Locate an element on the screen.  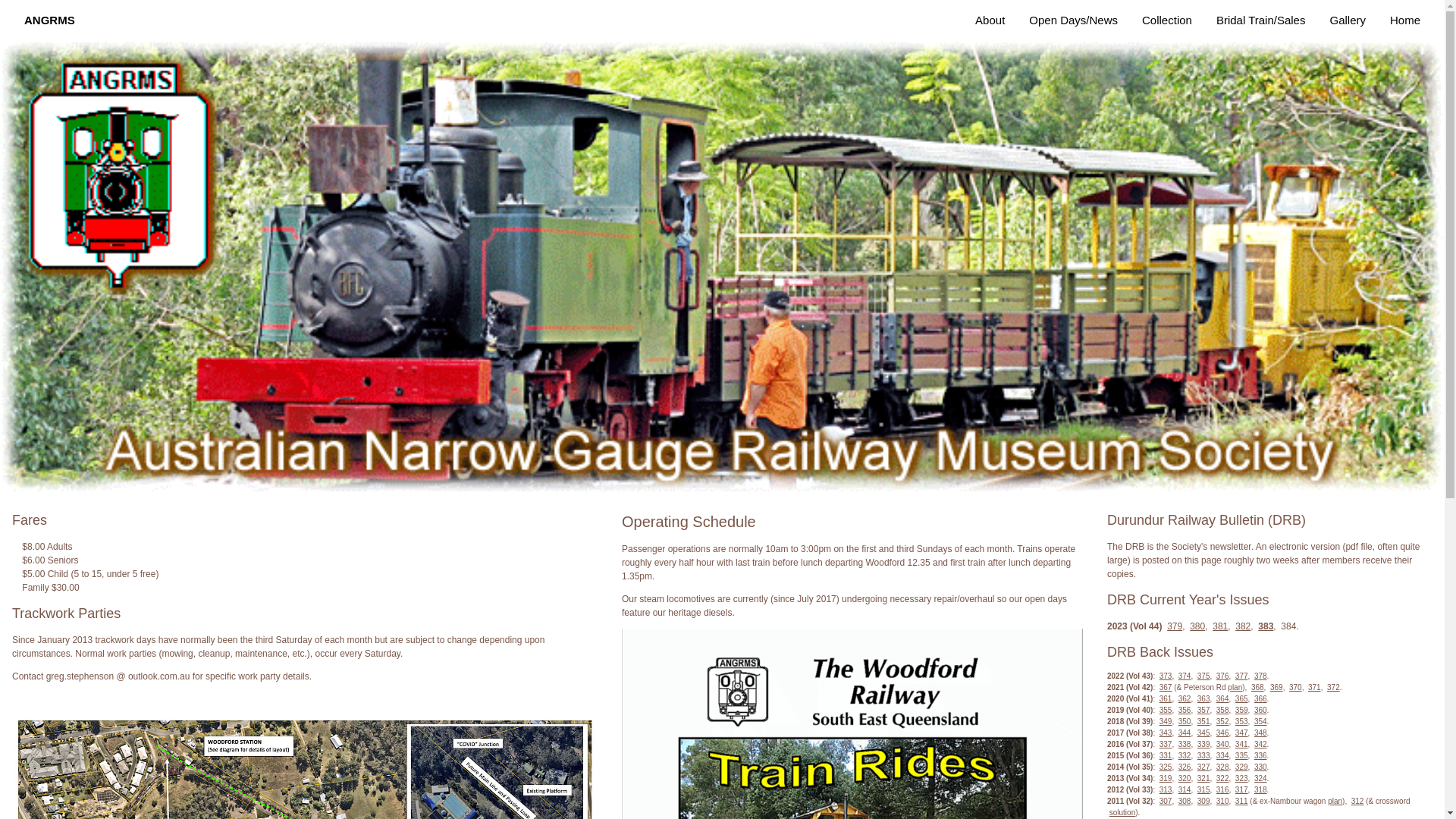
'340' is located at coordinates (1216, 743).